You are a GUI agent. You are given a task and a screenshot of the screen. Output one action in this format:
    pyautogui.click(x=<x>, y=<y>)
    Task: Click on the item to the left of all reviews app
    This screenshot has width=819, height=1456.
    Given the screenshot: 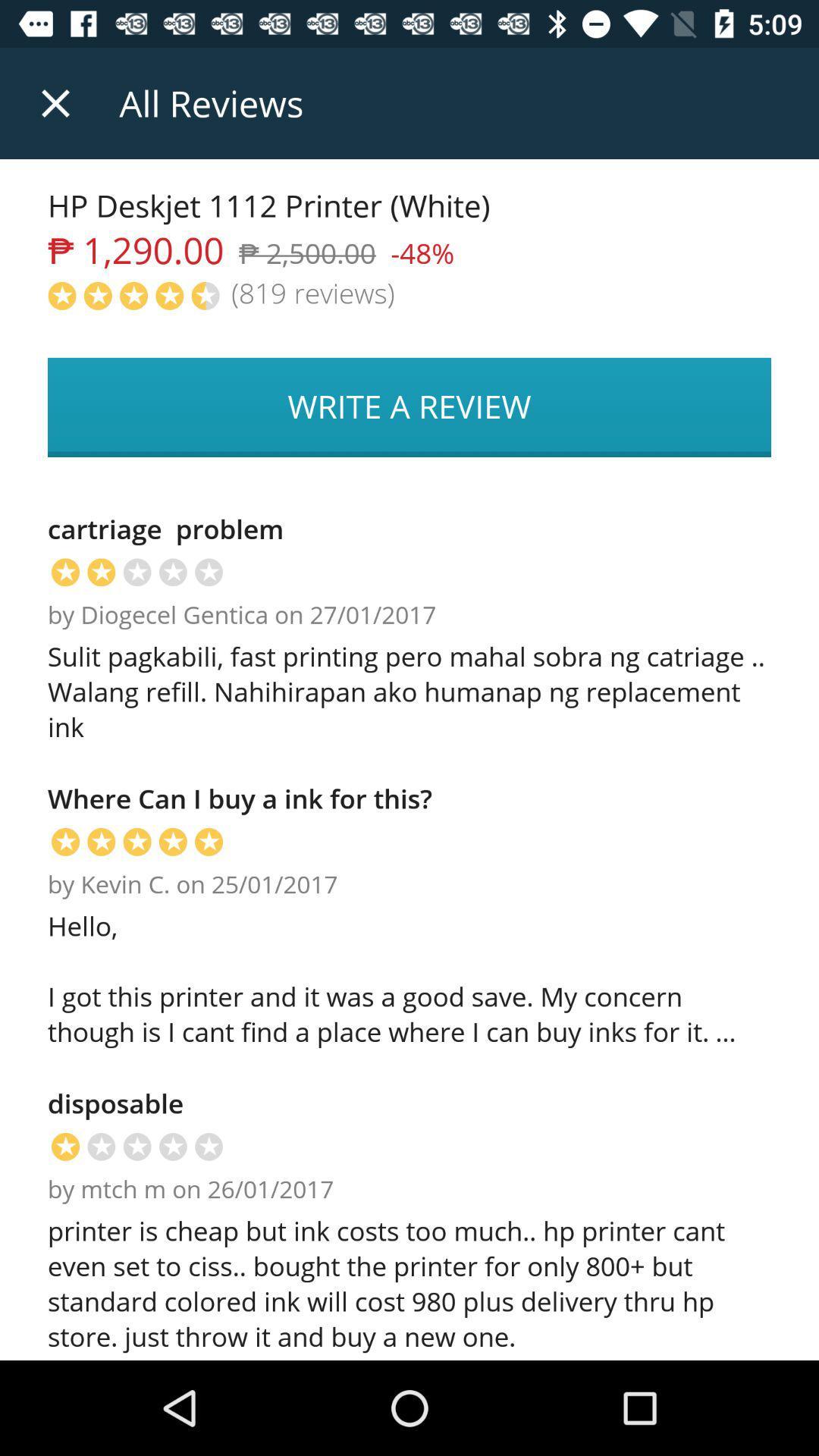 What is the action you would take?
    pyautogui.click(x=55, y=102)
    